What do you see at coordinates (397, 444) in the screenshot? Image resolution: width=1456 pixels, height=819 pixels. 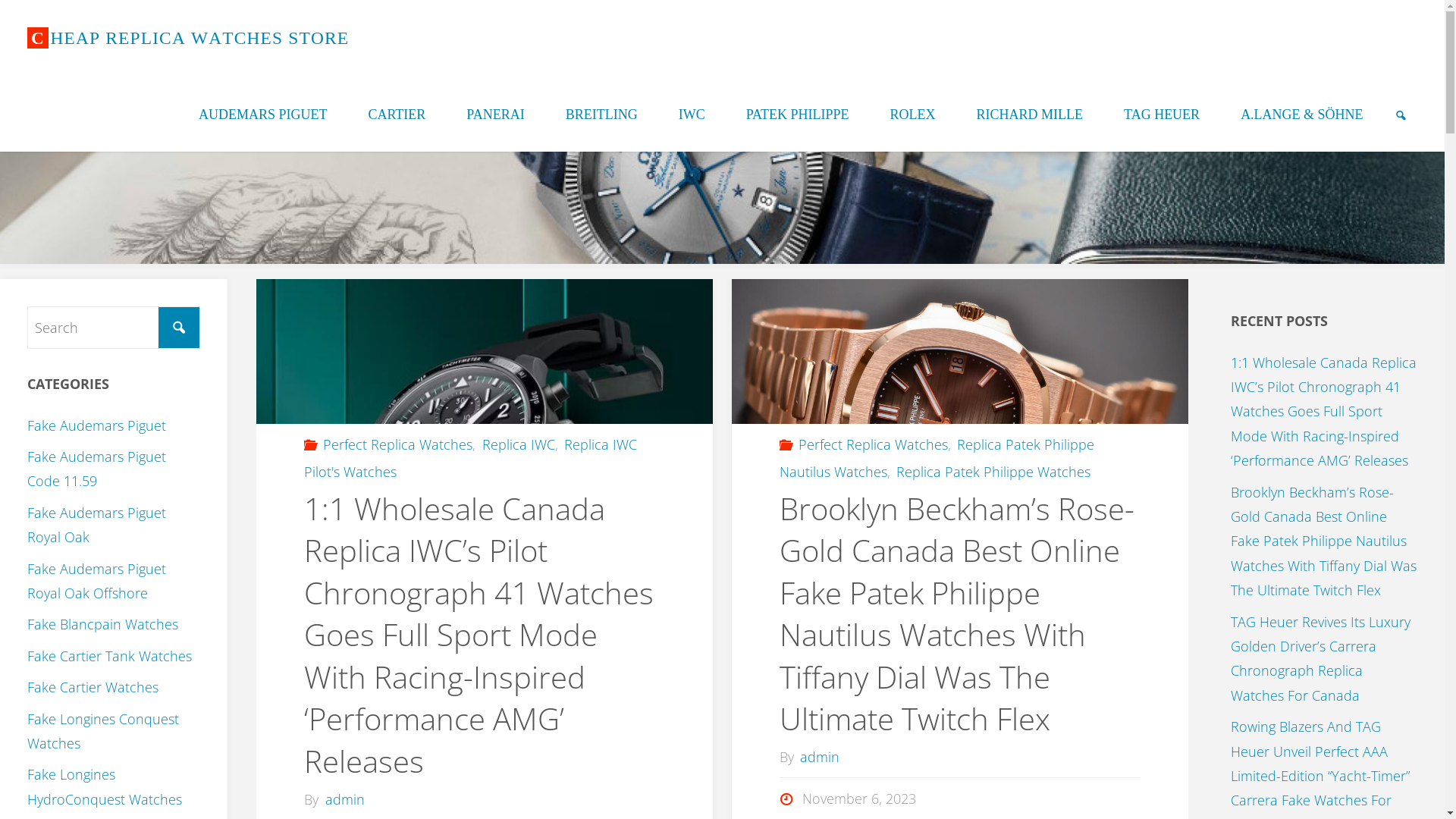 I see `'Perfect Replica Watches'` at bounding box center [397, 444].